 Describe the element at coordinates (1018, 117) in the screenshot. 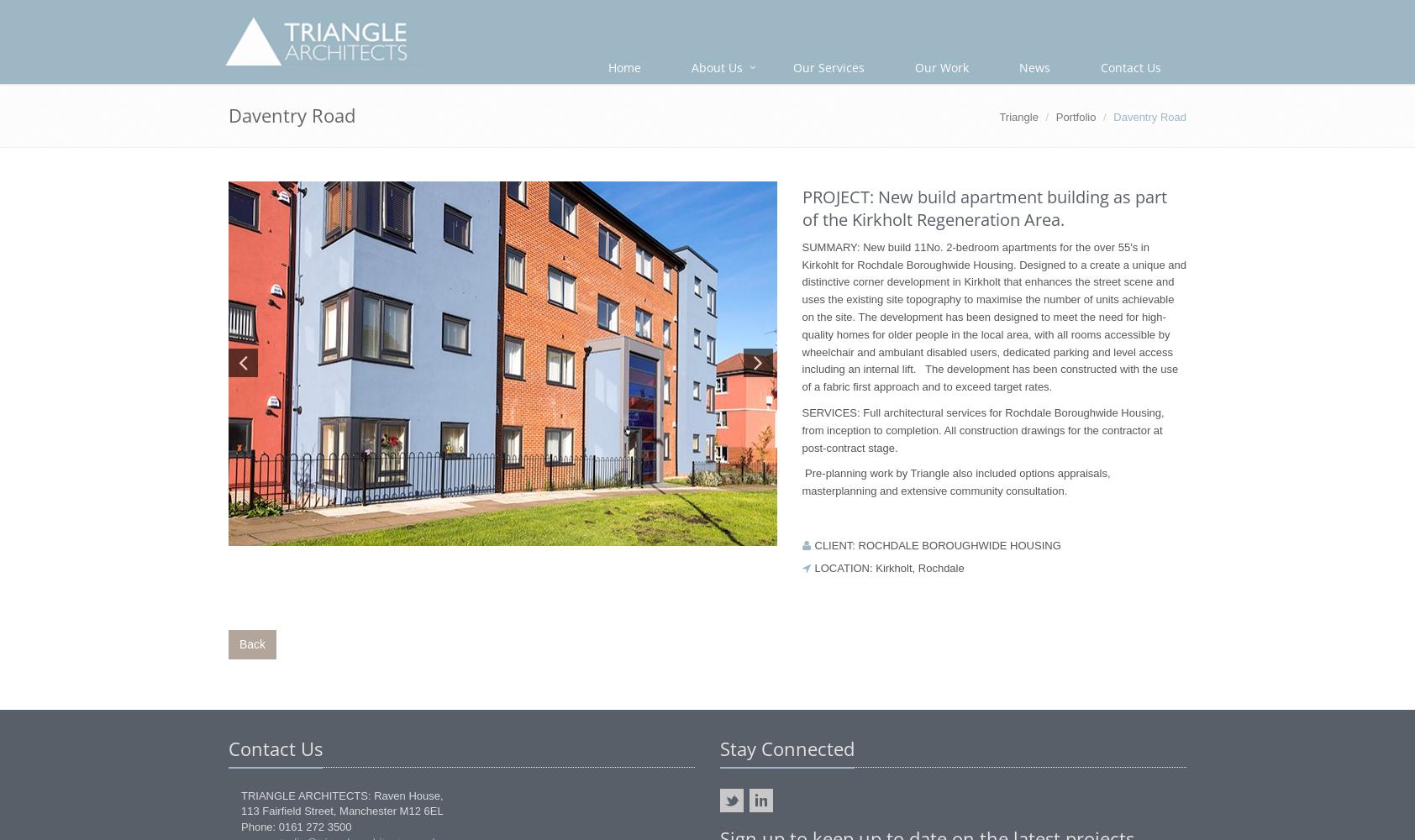

I see `'Triangle'` at that location.